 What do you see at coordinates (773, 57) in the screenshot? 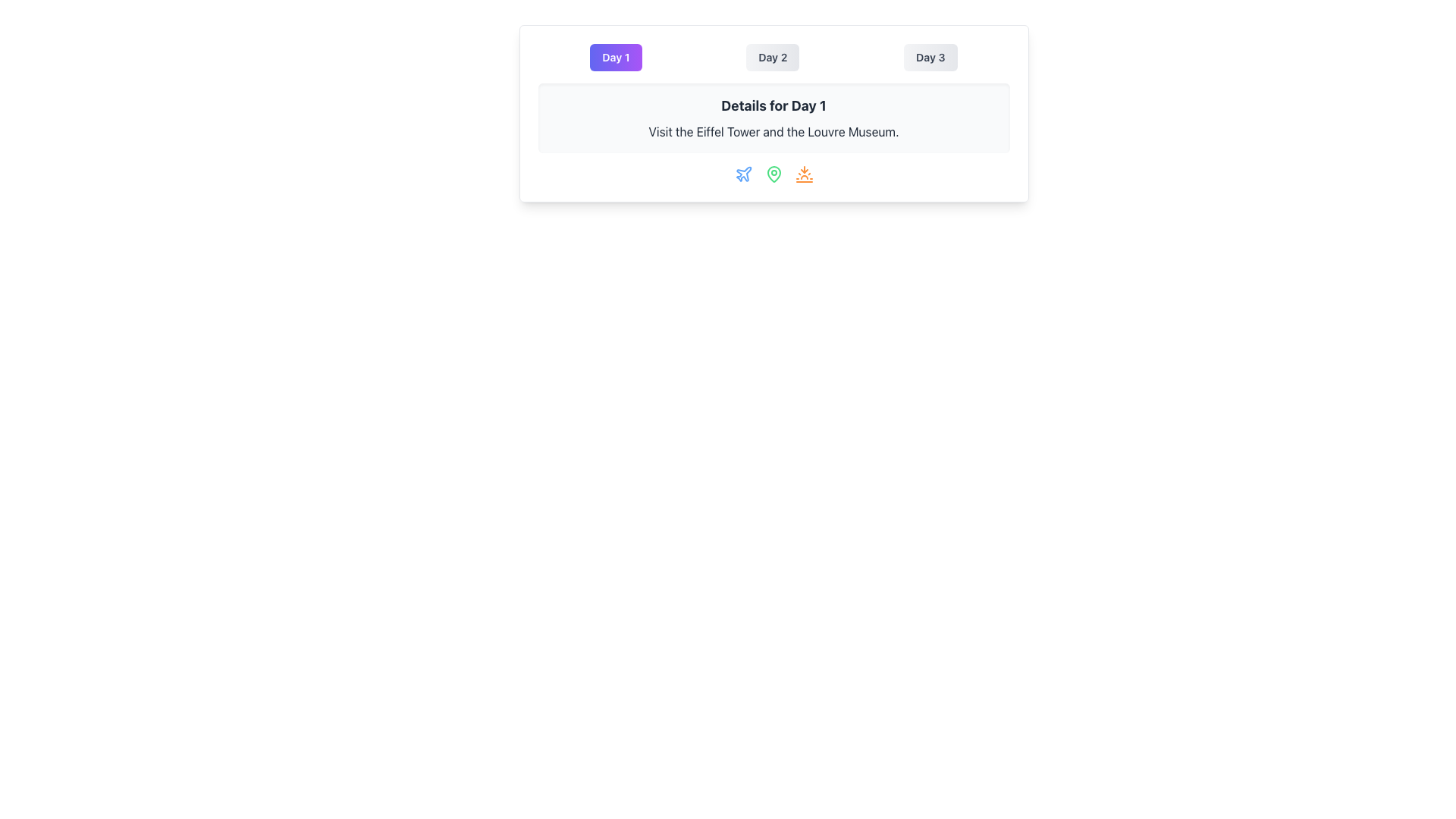
I see `the 'Day 2' button` at bounding box center [773, 57].